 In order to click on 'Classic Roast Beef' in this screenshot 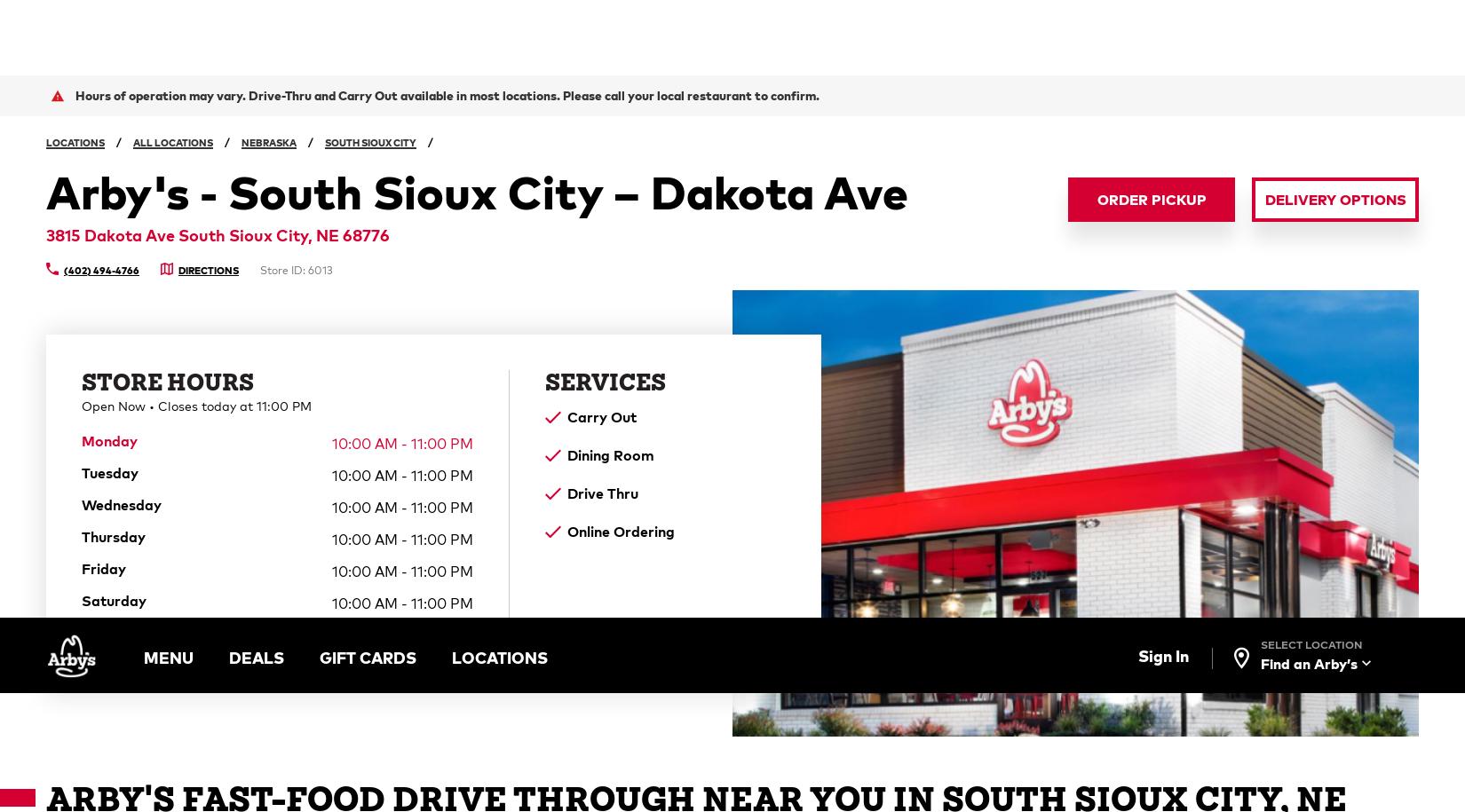, I will do `click(671, 285)`.